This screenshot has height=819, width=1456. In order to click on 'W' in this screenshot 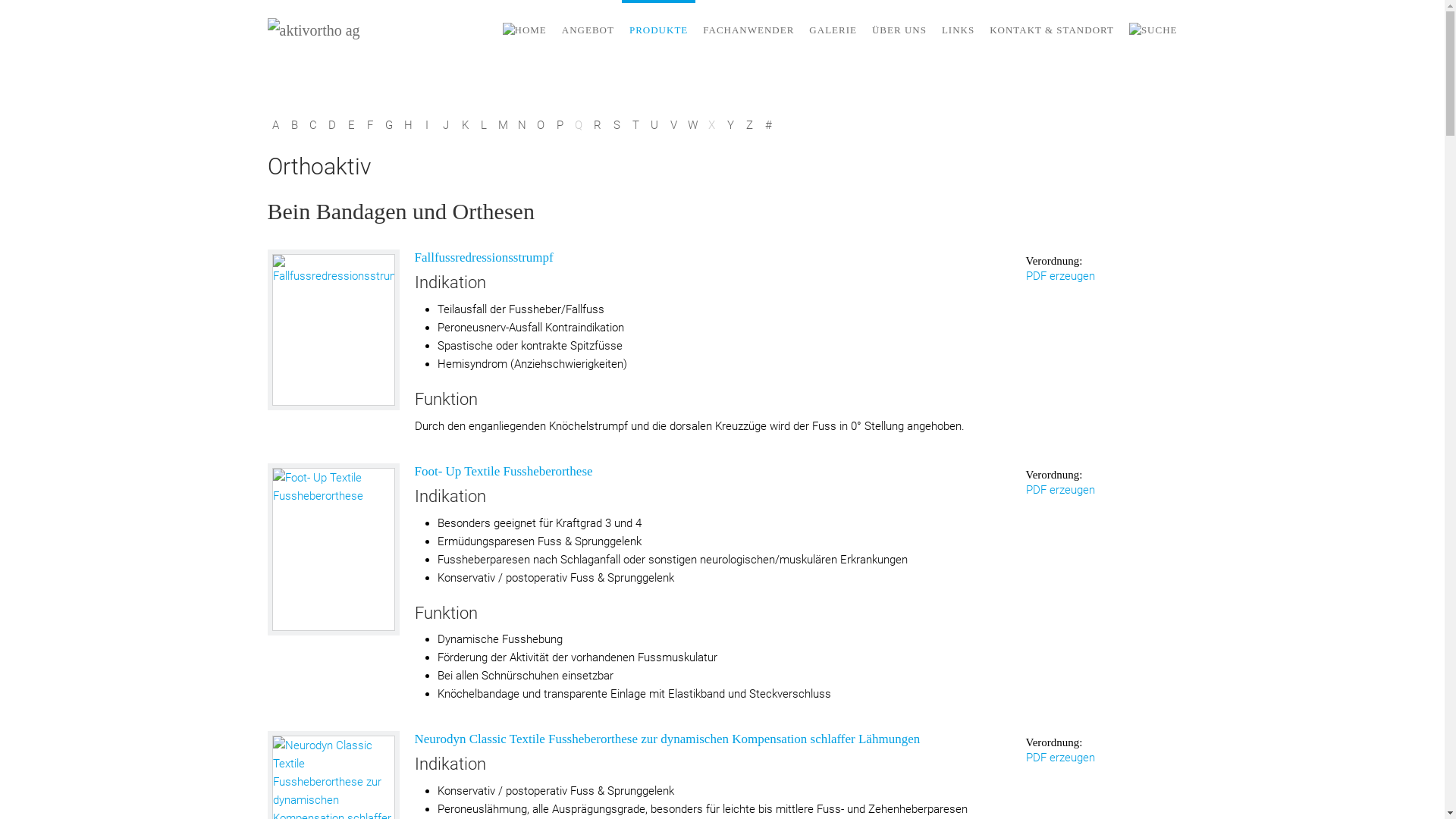, I will do `click(691, 124)`.